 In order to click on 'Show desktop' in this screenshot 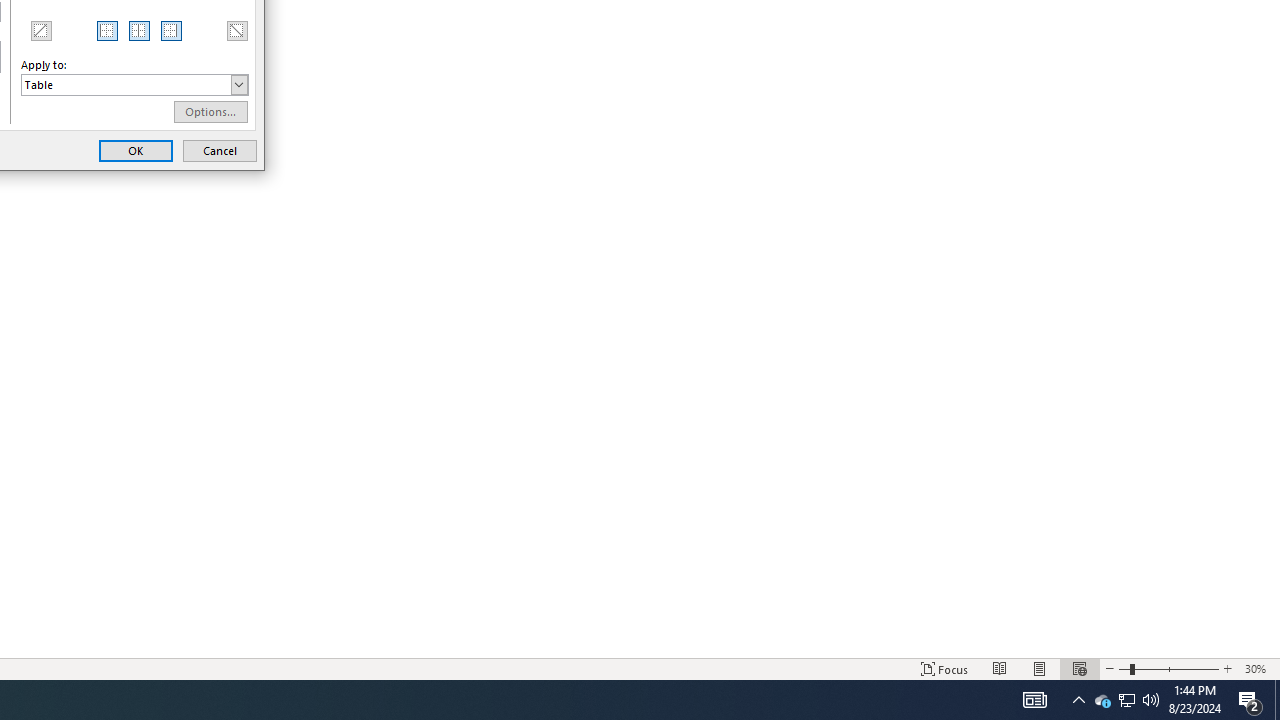, I will do `click(1276, 698)`.